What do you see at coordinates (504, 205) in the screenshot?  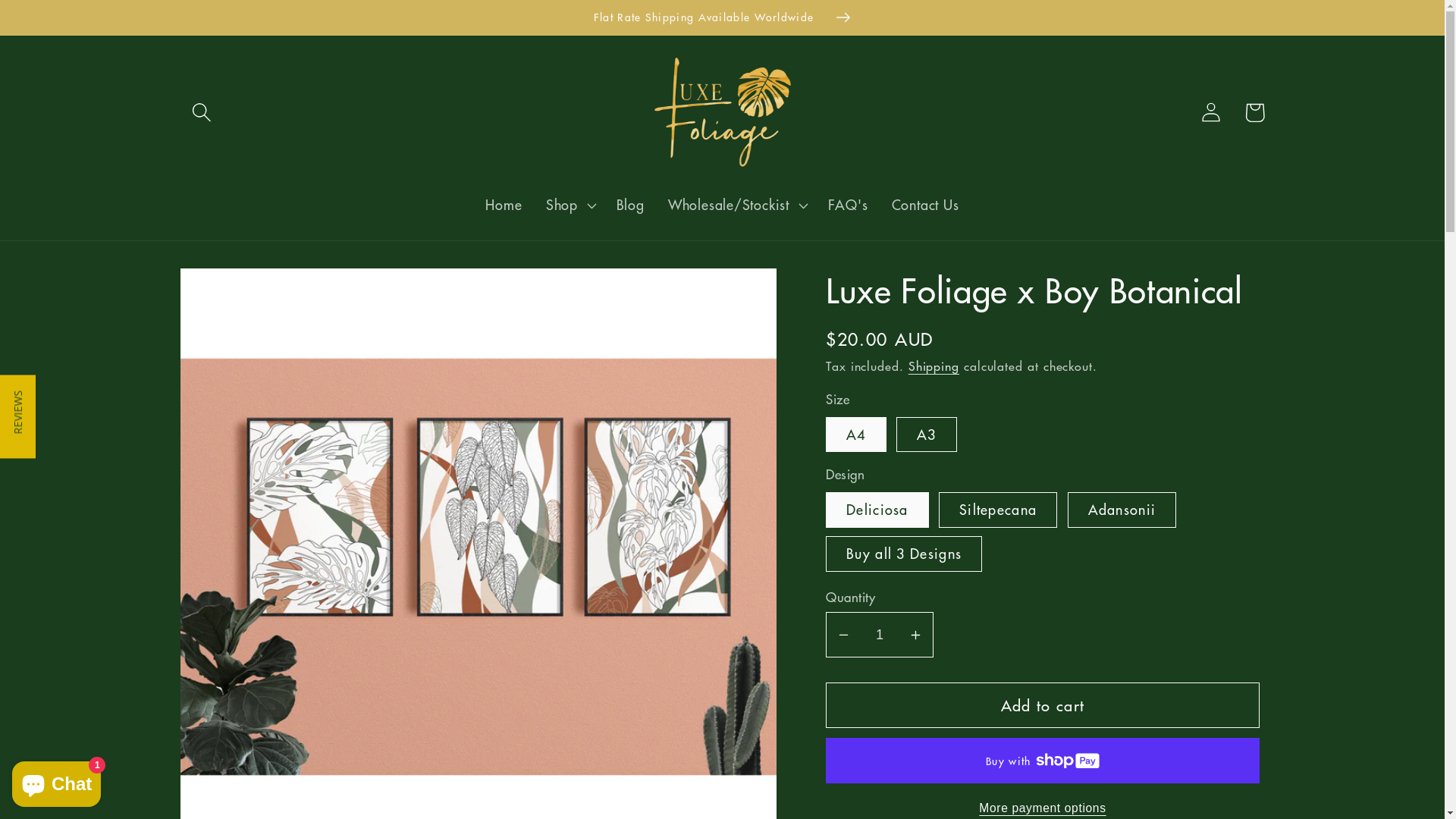 I see `'Home'` at bounding box center [504, 205].